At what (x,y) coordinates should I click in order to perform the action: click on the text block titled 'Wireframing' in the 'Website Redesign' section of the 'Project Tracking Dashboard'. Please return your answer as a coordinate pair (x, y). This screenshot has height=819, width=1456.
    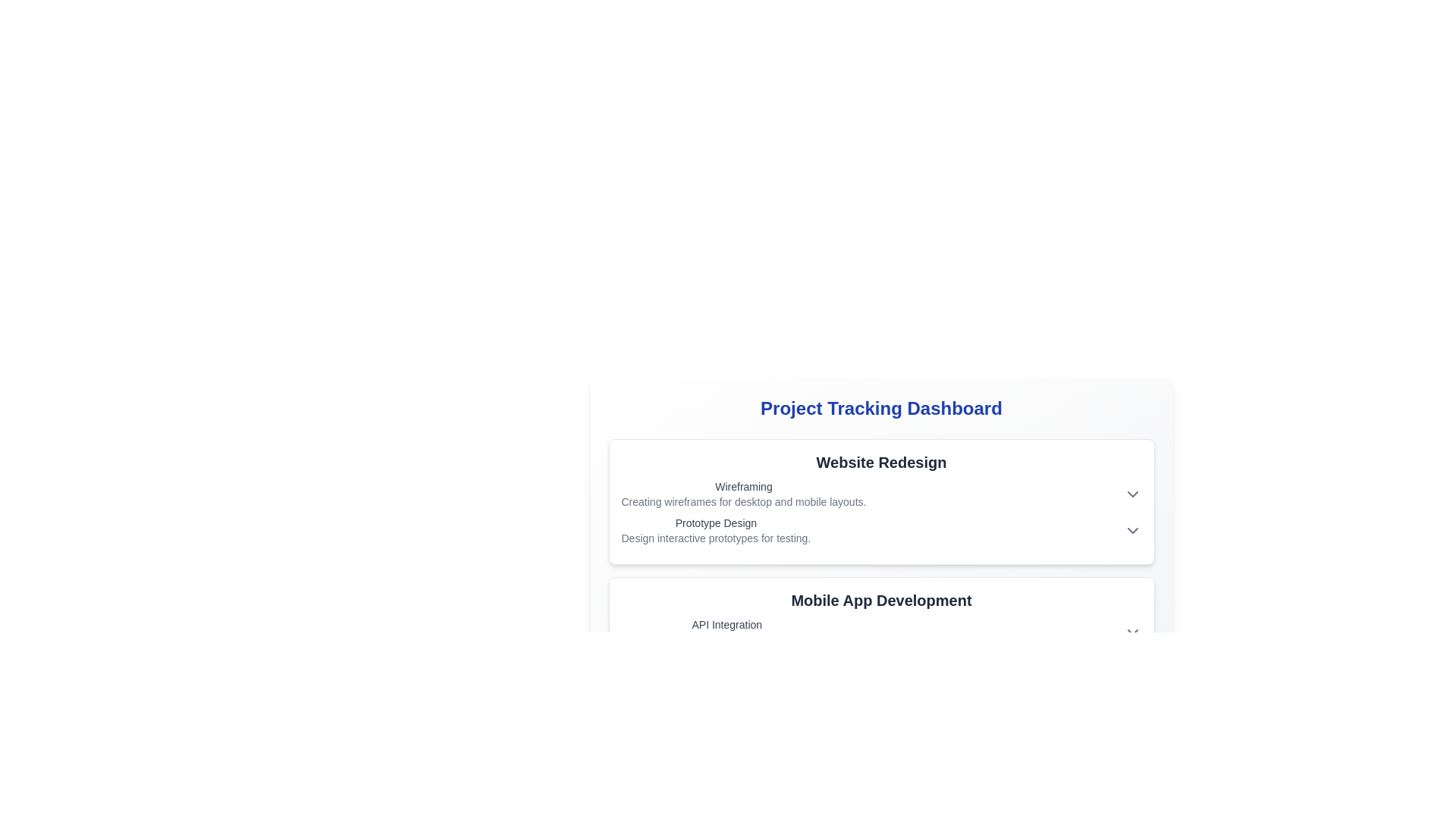
    Looking at the image, I should click on (743, 494).